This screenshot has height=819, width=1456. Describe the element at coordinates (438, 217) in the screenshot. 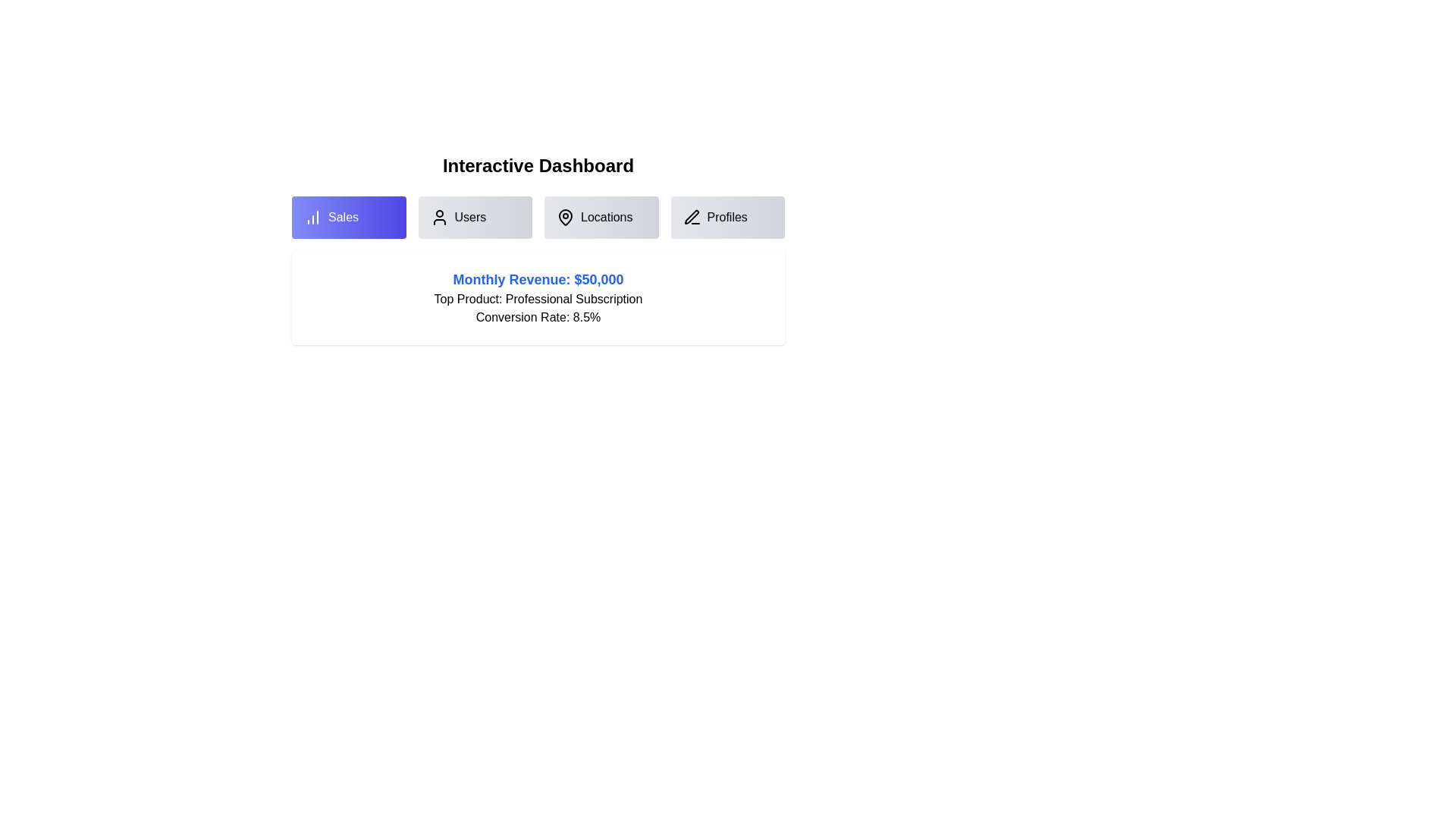

I see `the user silhouette icon located on the left side of the 'Users' button, which is the second button in a row of buttons under the header 'Interactive Dashboard'` at that location.